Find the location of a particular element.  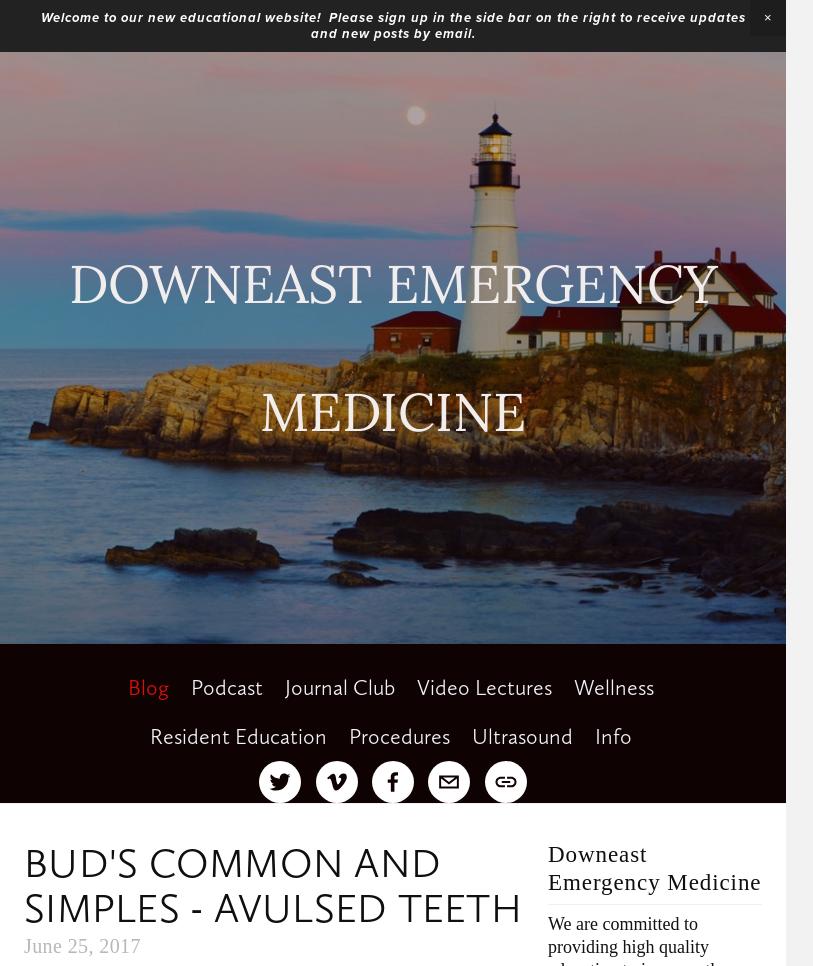

'Blog' is located at coordinates (125, 687).